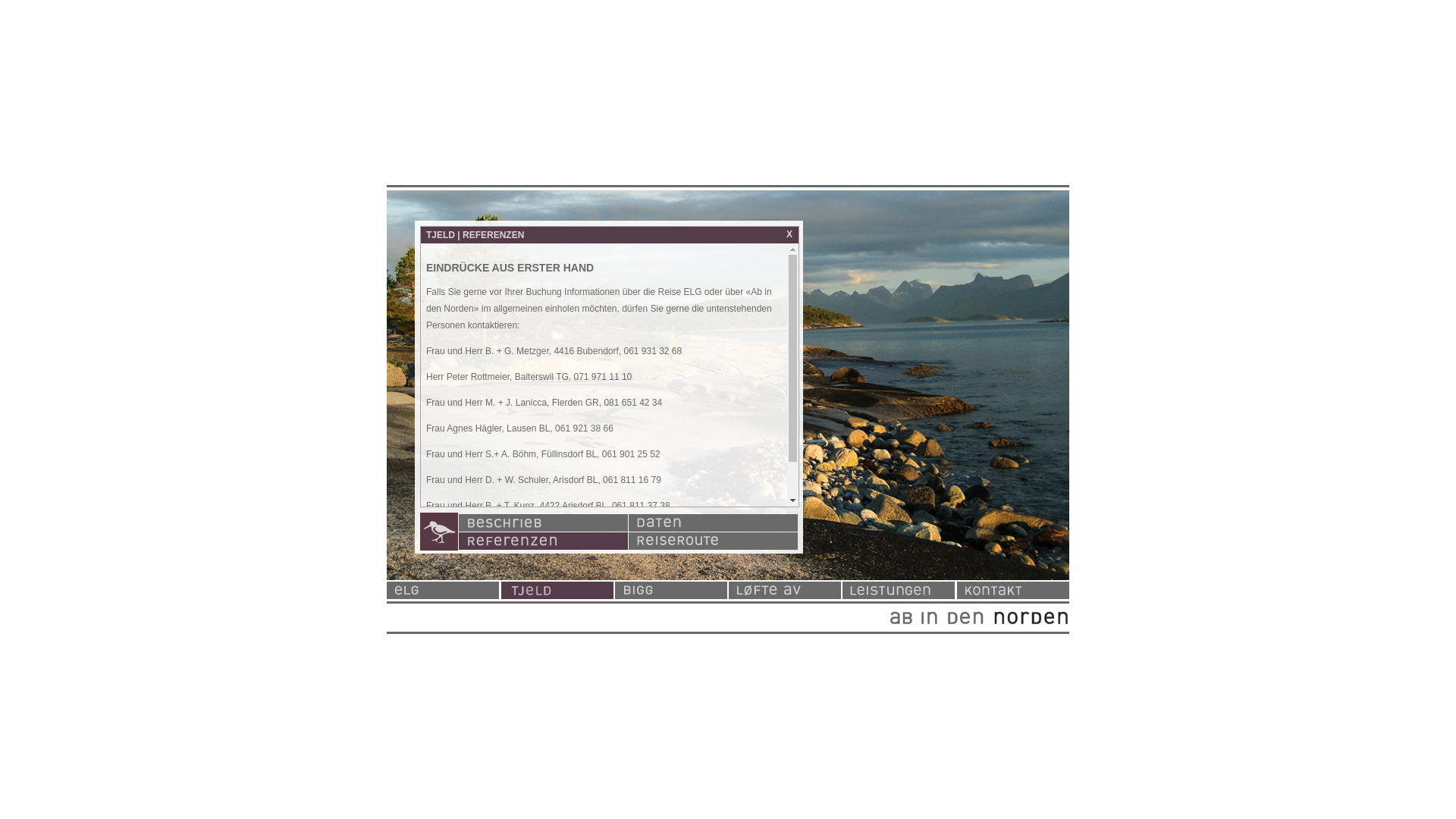 This screenshot has width=1456, height=819. What do you see at coordinates (789, 234) in the screenshot?
I see `'X'` at bounding box center [789, 234].